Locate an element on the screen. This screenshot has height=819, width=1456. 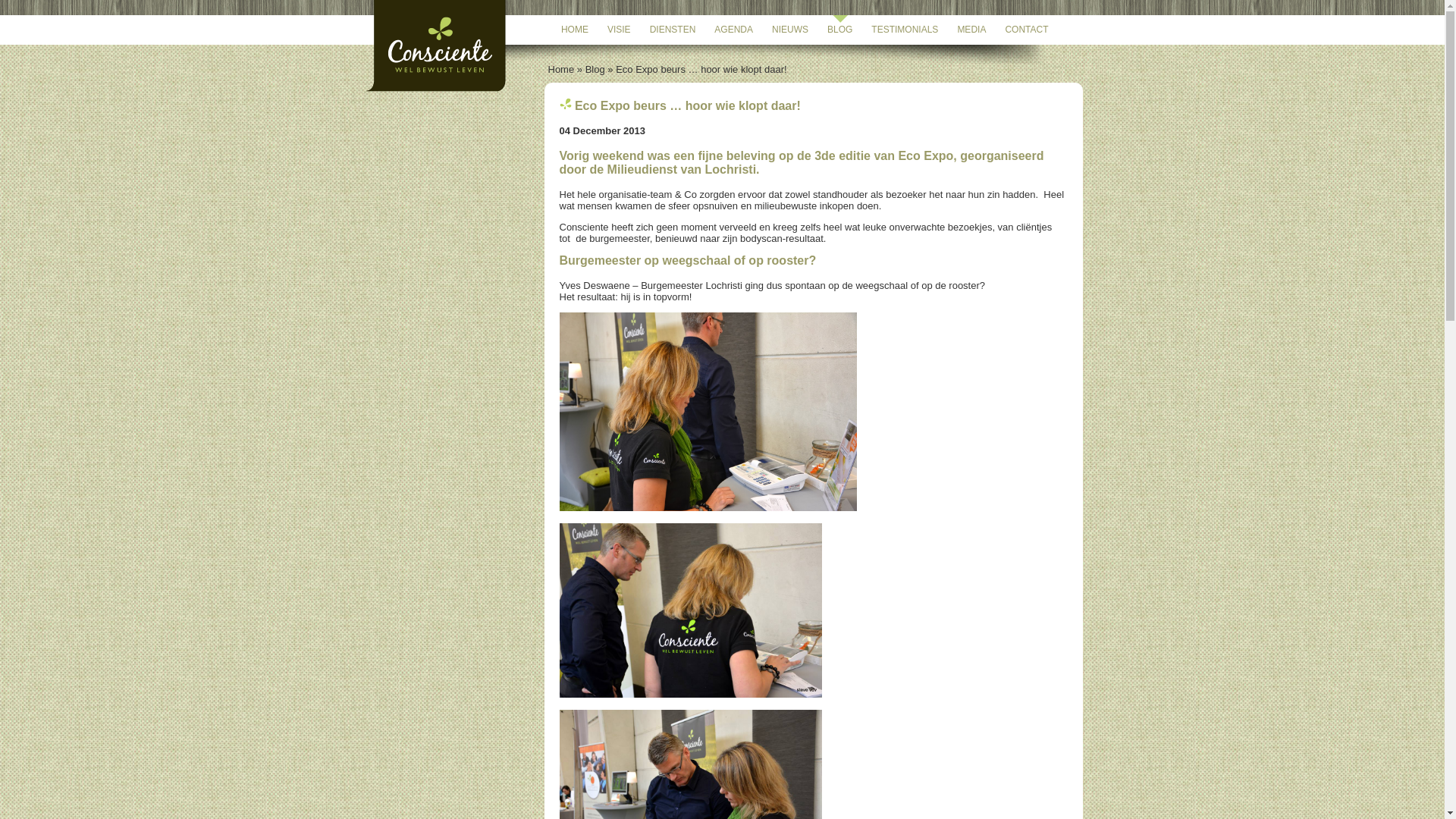
'Home' is located at coordinates (560, 69).